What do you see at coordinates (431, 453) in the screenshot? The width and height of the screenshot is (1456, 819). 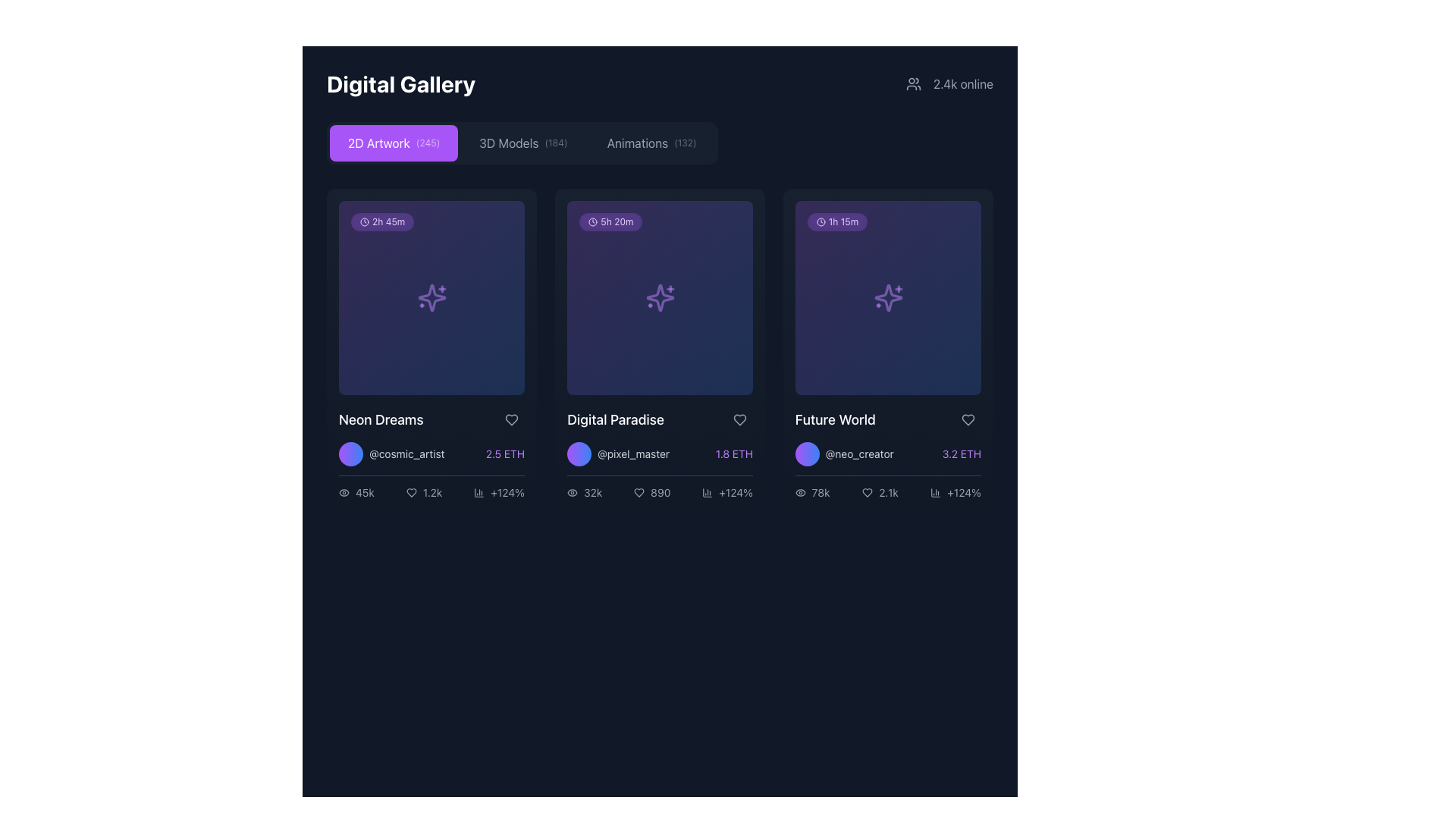 I see `the username '@cosmic_artist' displayed in gray text for possible navigation, located below the title 'Neon Dreams' and above the statistics section` at bounding box center [431, 453].